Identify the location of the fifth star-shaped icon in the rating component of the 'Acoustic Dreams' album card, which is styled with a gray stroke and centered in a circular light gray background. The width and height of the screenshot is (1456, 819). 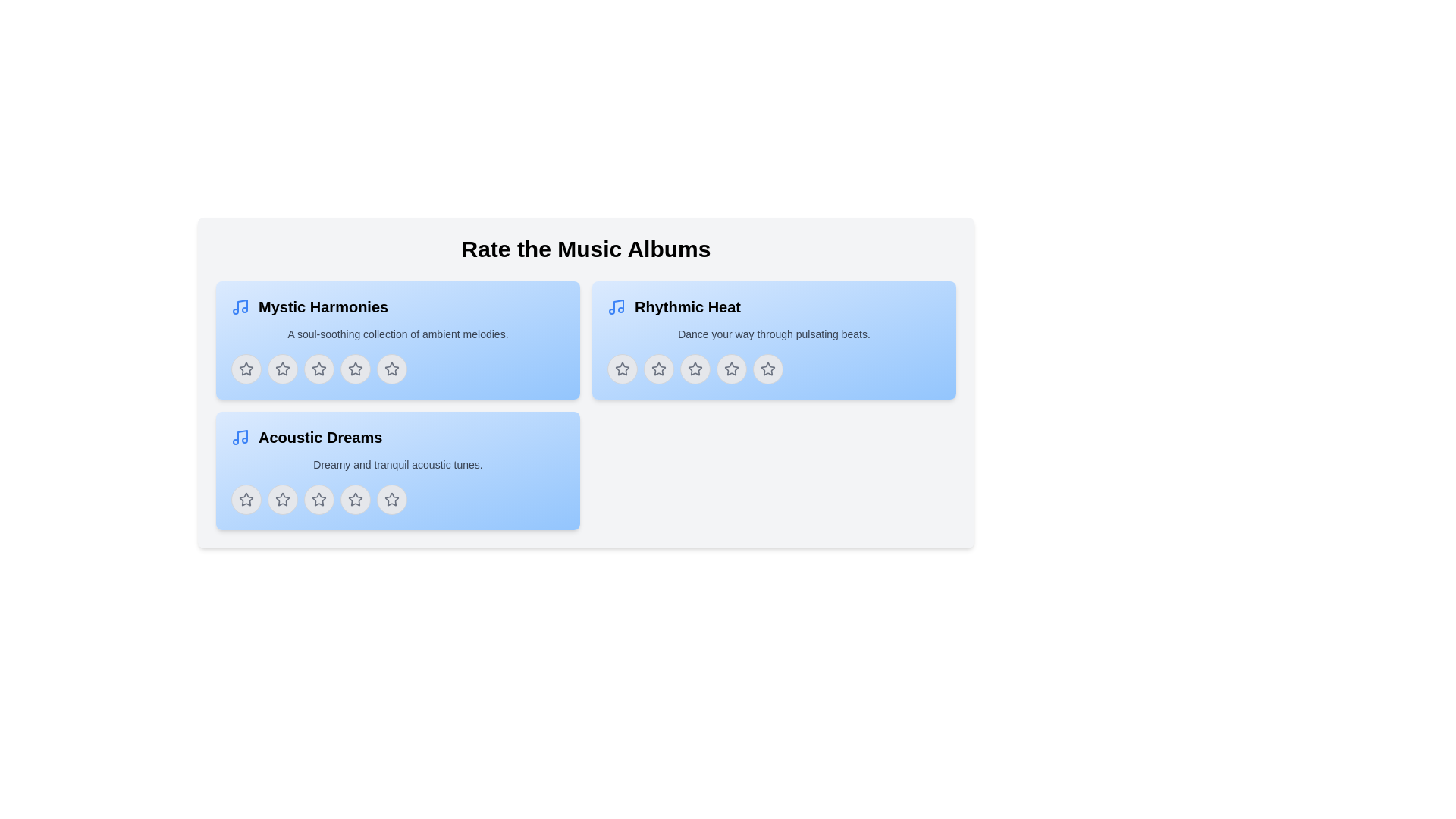
(355, 500).